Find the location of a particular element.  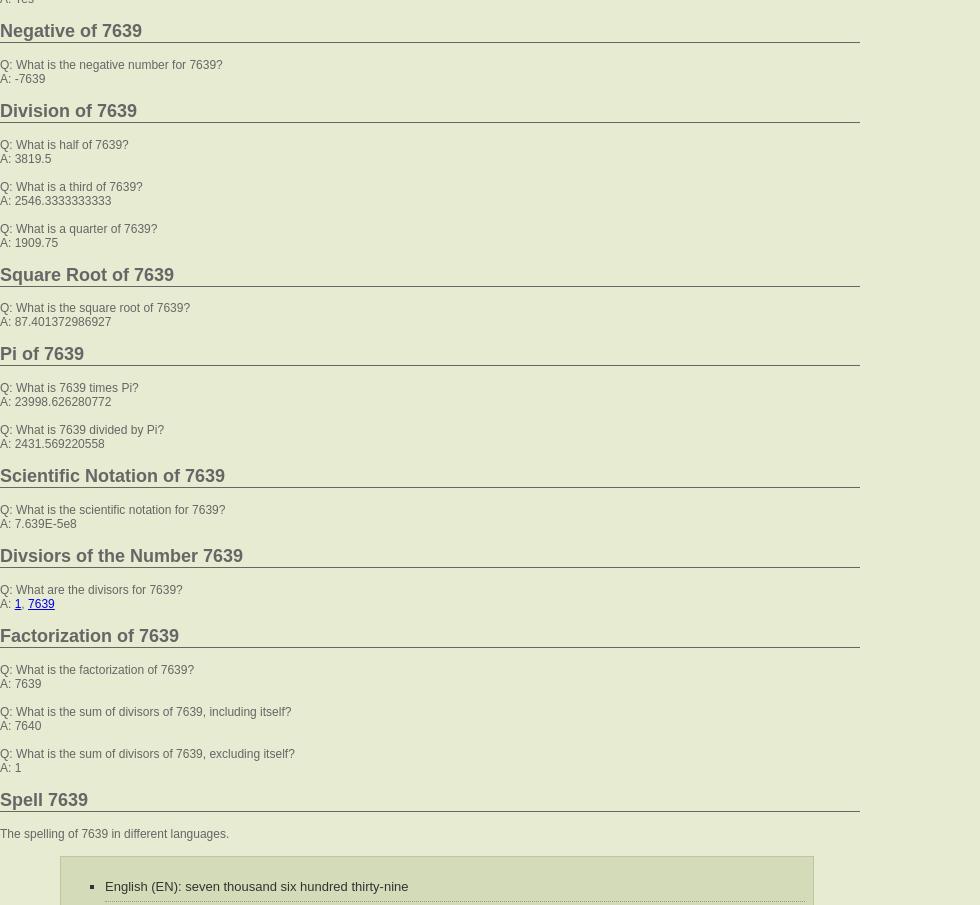

'Q: What are the divisors for 7639?' is located at coordinates (91, 589).